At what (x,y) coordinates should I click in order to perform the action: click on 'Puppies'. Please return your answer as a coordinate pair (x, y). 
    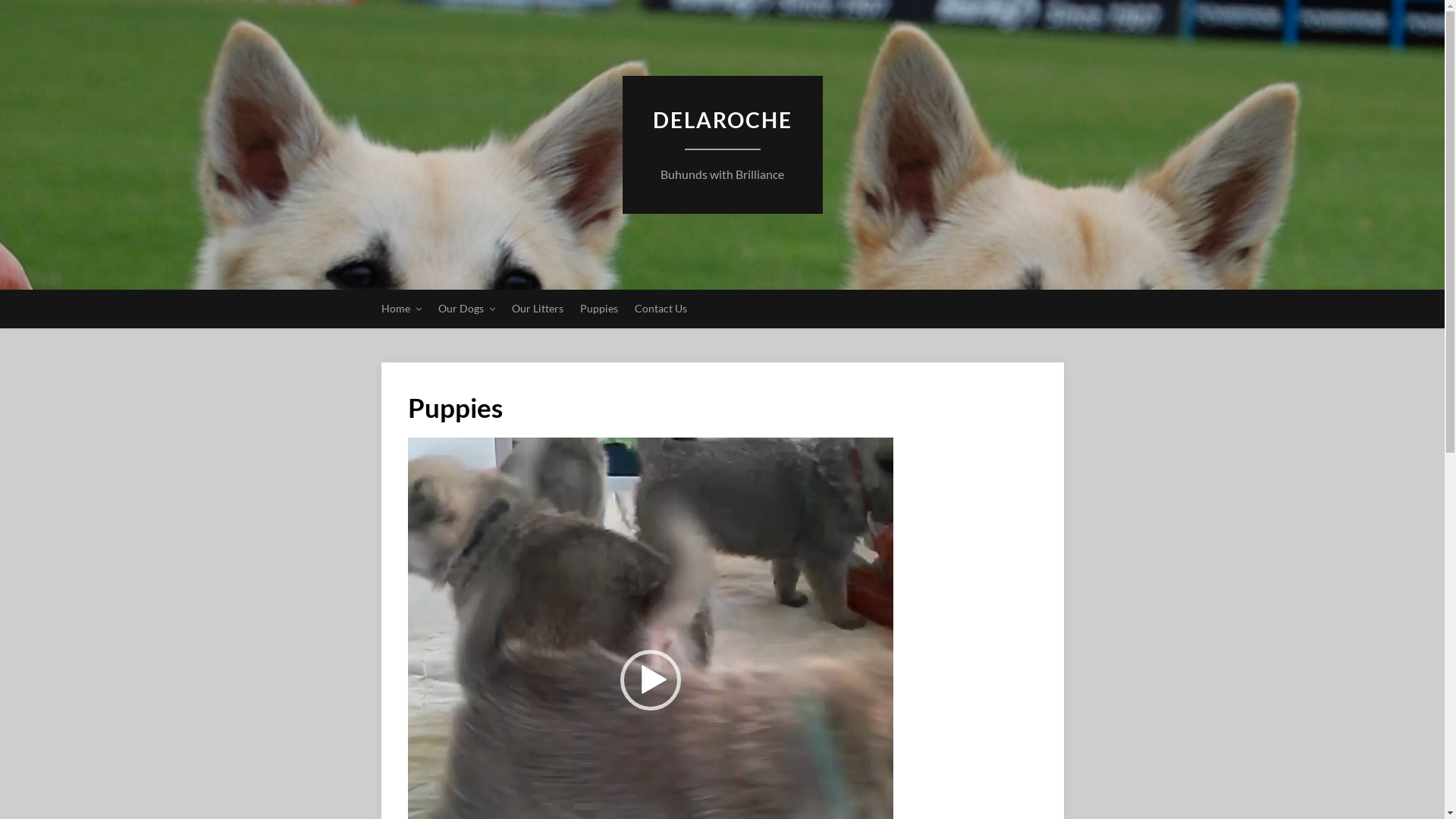
    Looking at the image, I should click on (597, 308).